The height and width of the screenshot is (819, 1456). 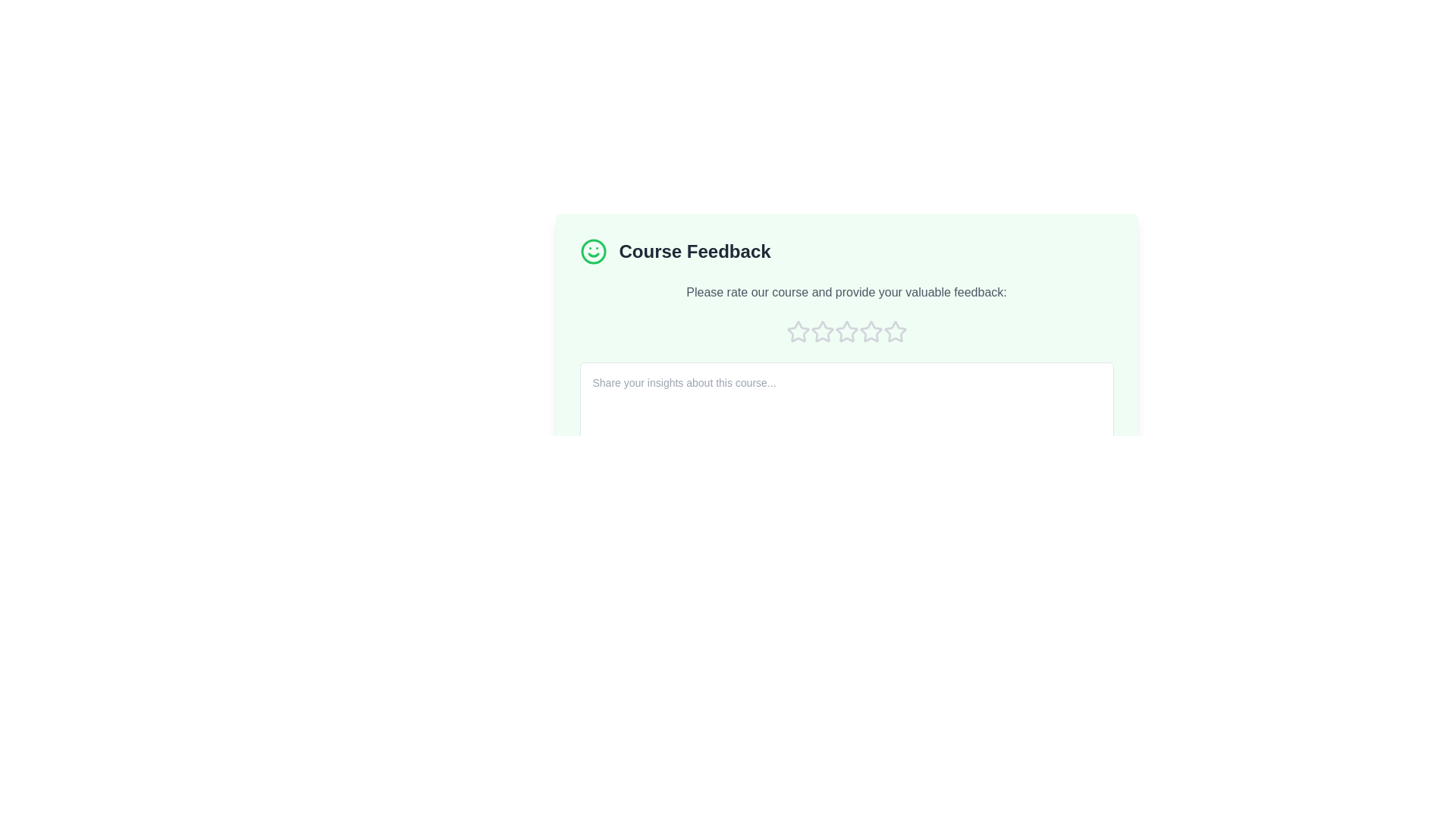 What do you see at coordinates (871, 331) in the screenshot?
I see `the fourth star-shaped rating icon, which is unfilled and outlined in soft gray, located below the text 'Please rate our course and provide your valuable feedback.'` at bounding box center [871, 331].